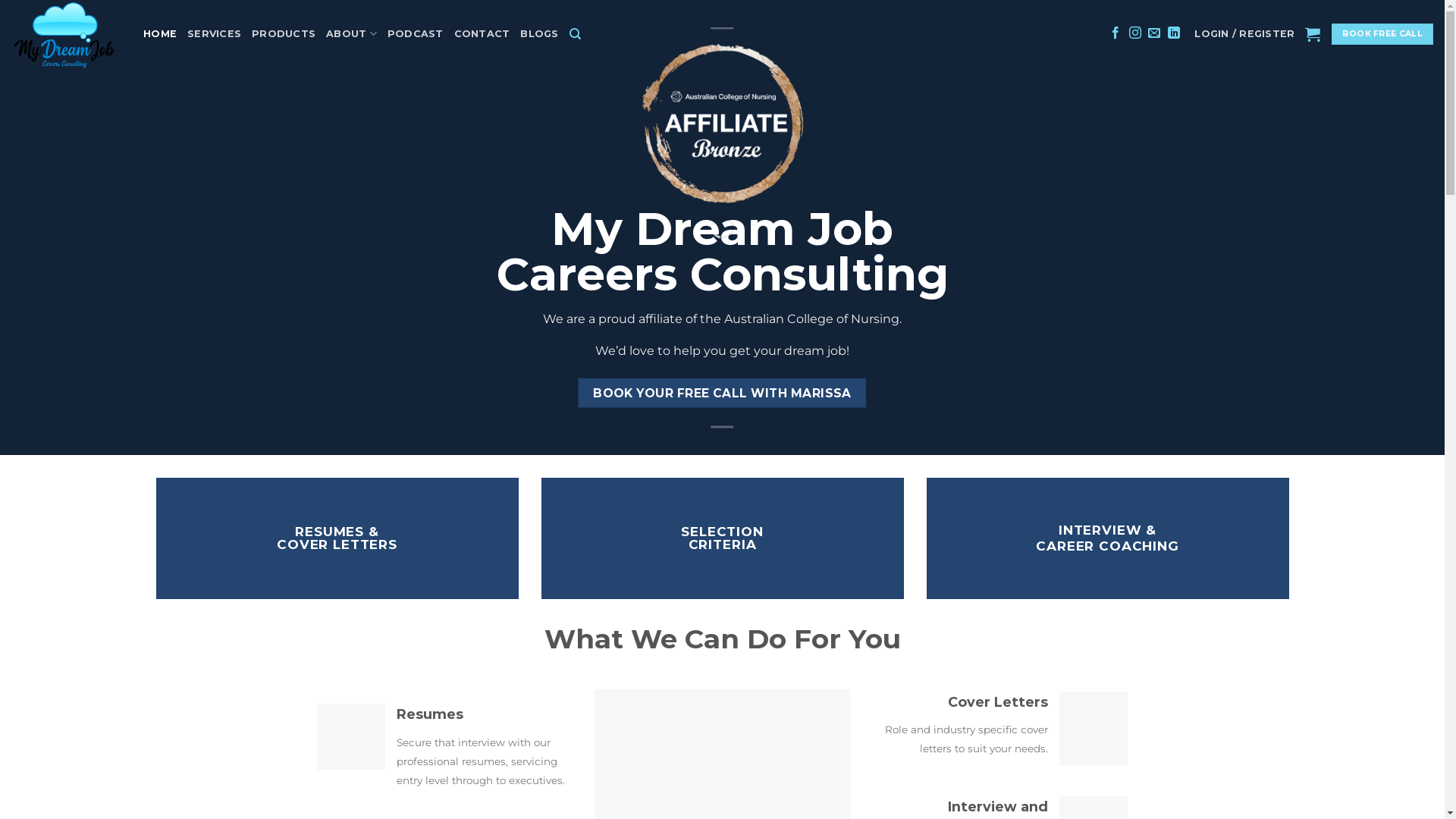  Describe the element at coordinates (276, 537) in the screenshot. I see `'RESUMES &` at that location.